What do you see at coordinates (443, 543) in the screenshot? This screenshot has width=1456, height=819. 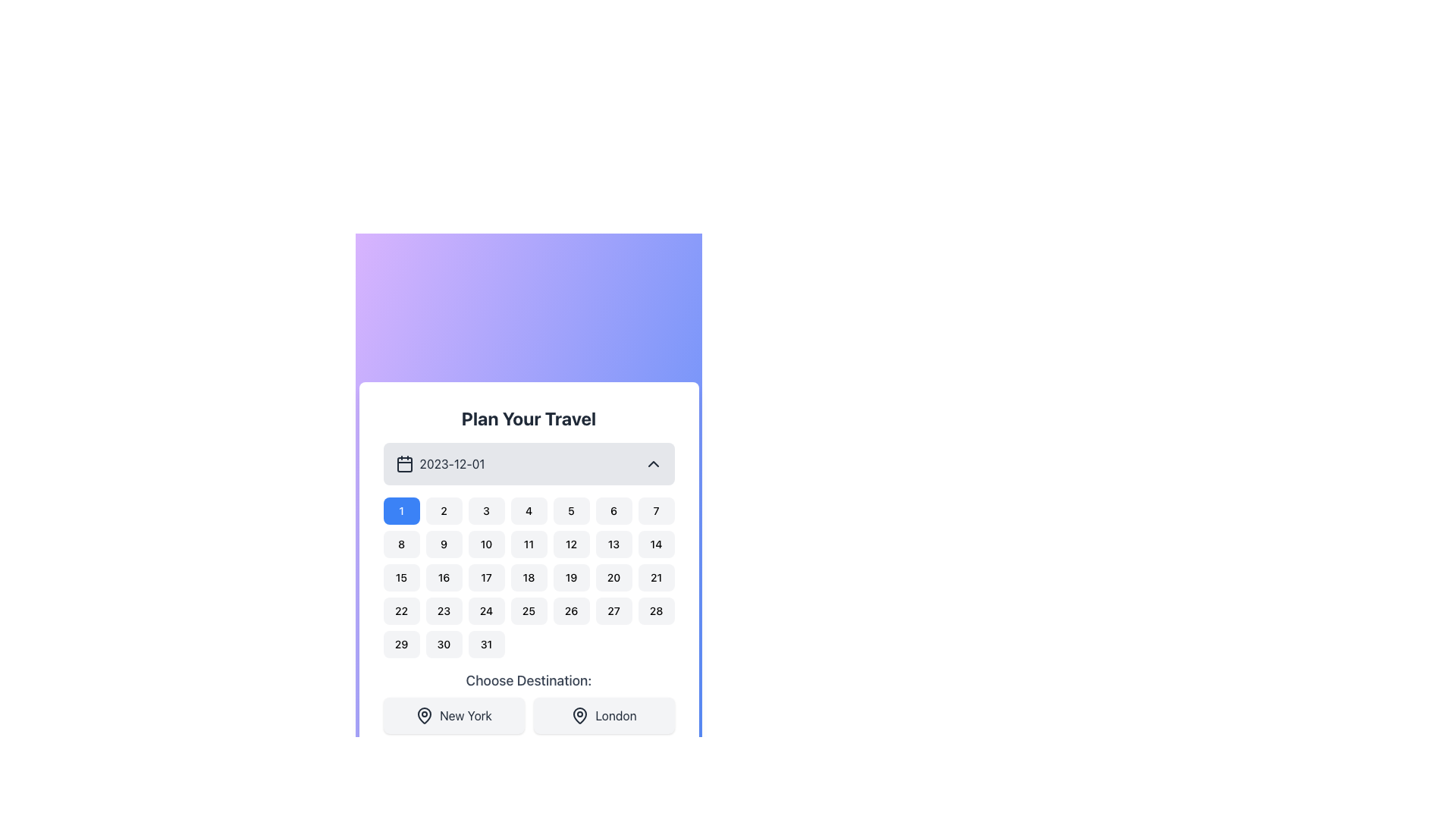 I see `the selectable date button for the 9th in the calendar interface` at bounding box center [443, 543].